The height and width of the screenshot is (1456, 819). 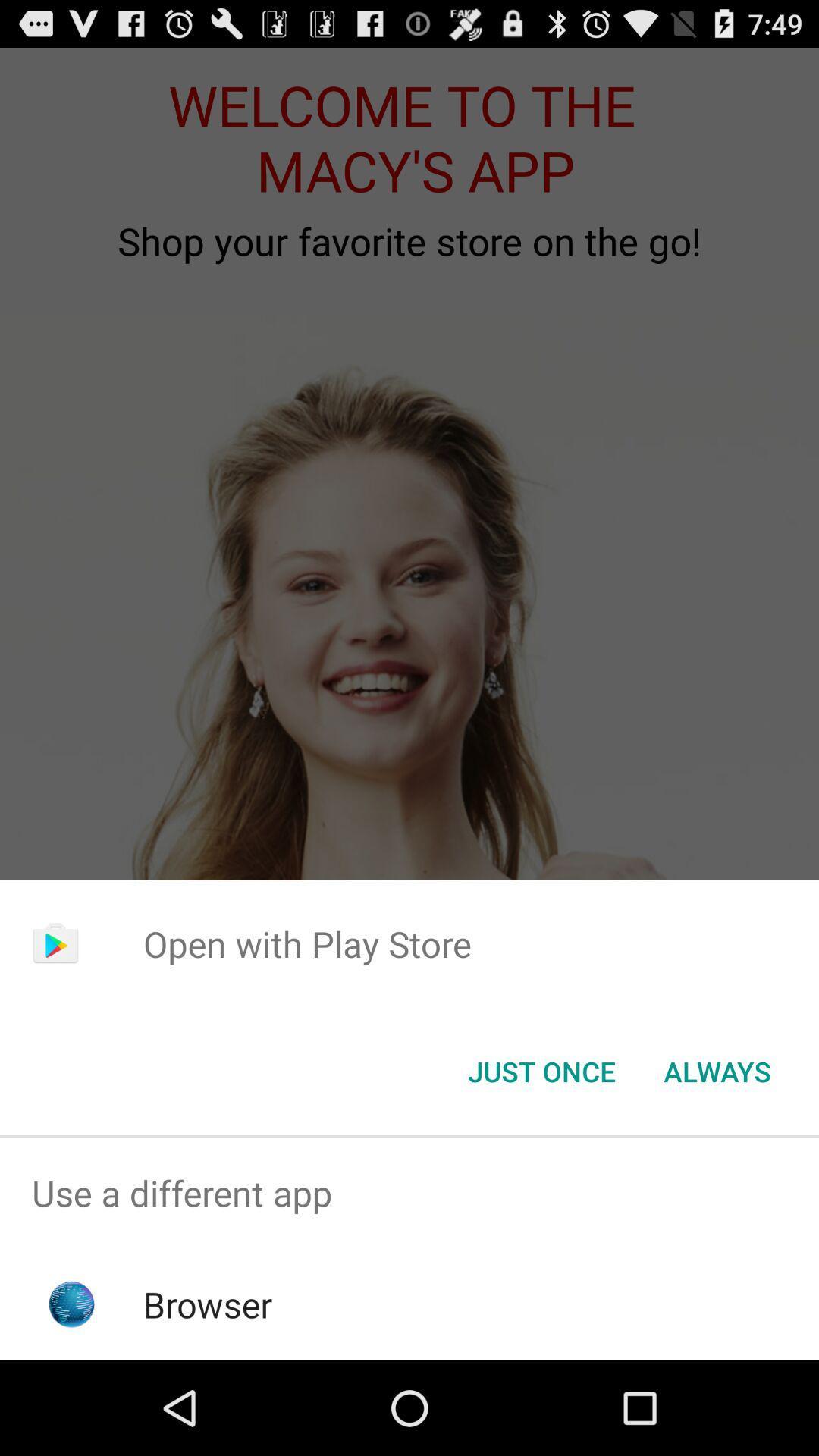 What do you see at coordinates (409, 1192) in the screenshot?
I see `the item above the browser item` at bounding box center [409, 1192].